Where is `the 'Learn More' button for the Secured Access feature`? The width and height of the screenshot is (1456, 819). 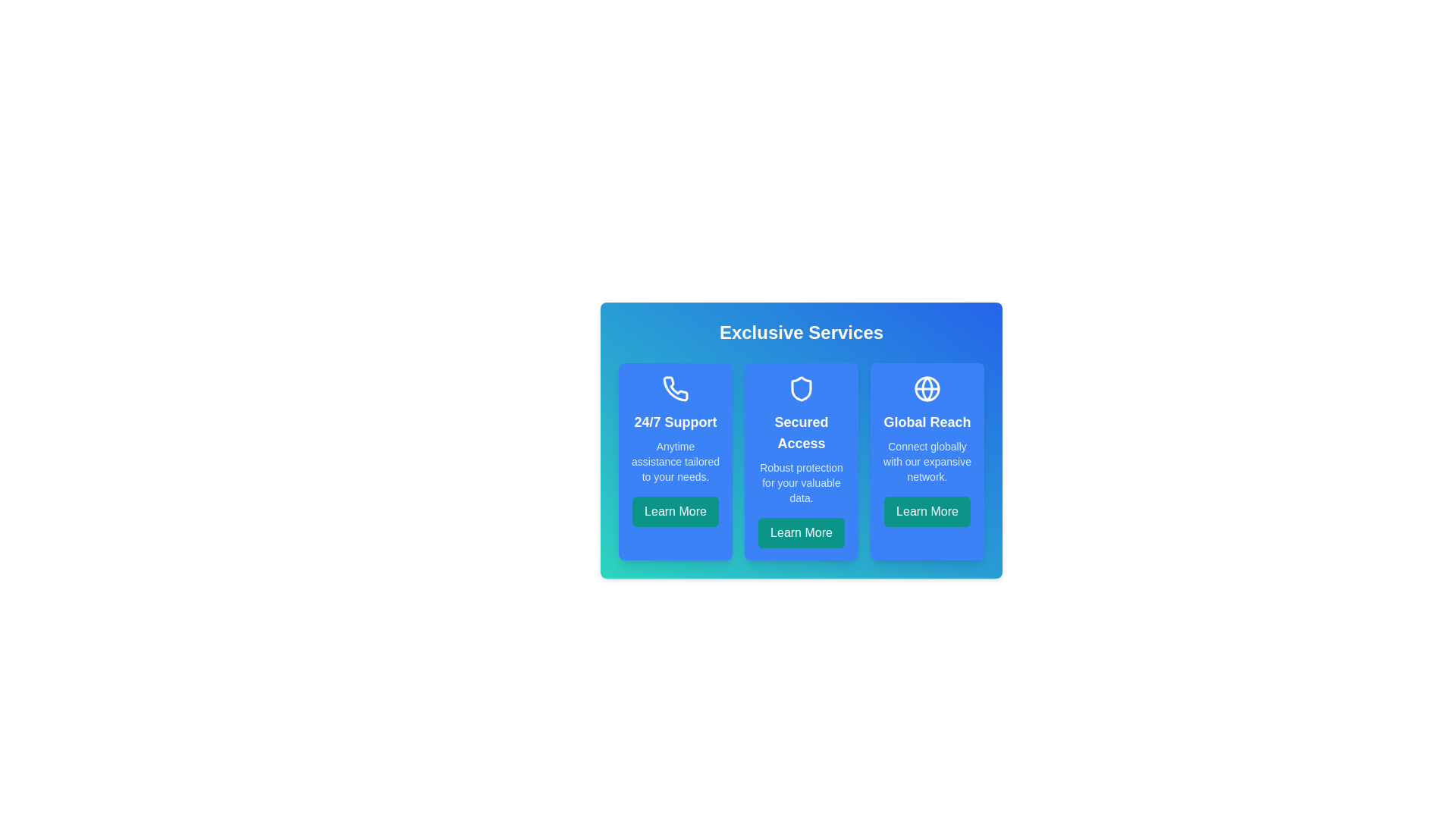 the 'Learn More' button for the Secured Access feature is located at coordinates (800, 532).